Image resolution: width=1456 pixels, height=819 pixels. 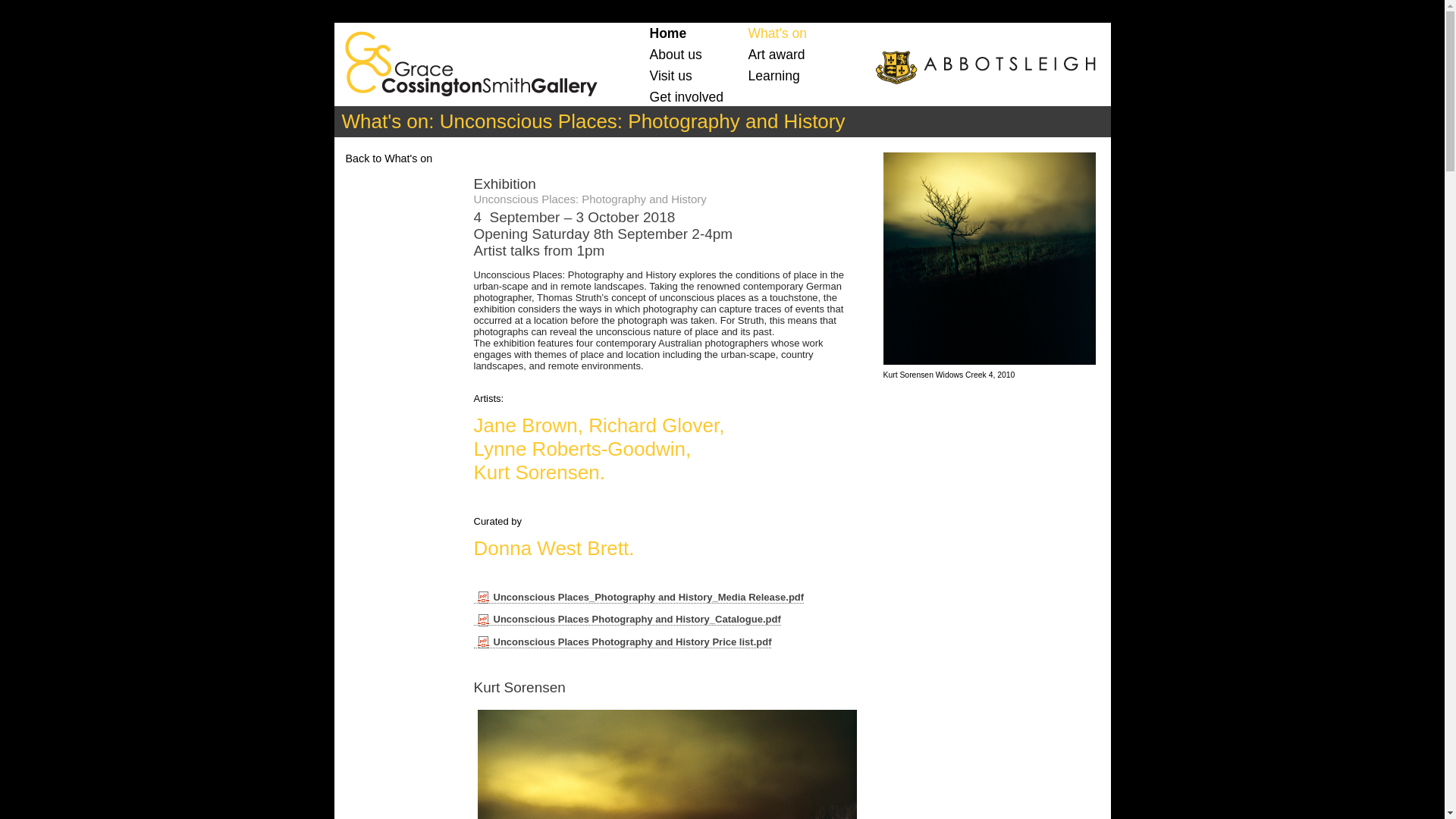 I want to click on 'Art award', so click(x=777, y=54).